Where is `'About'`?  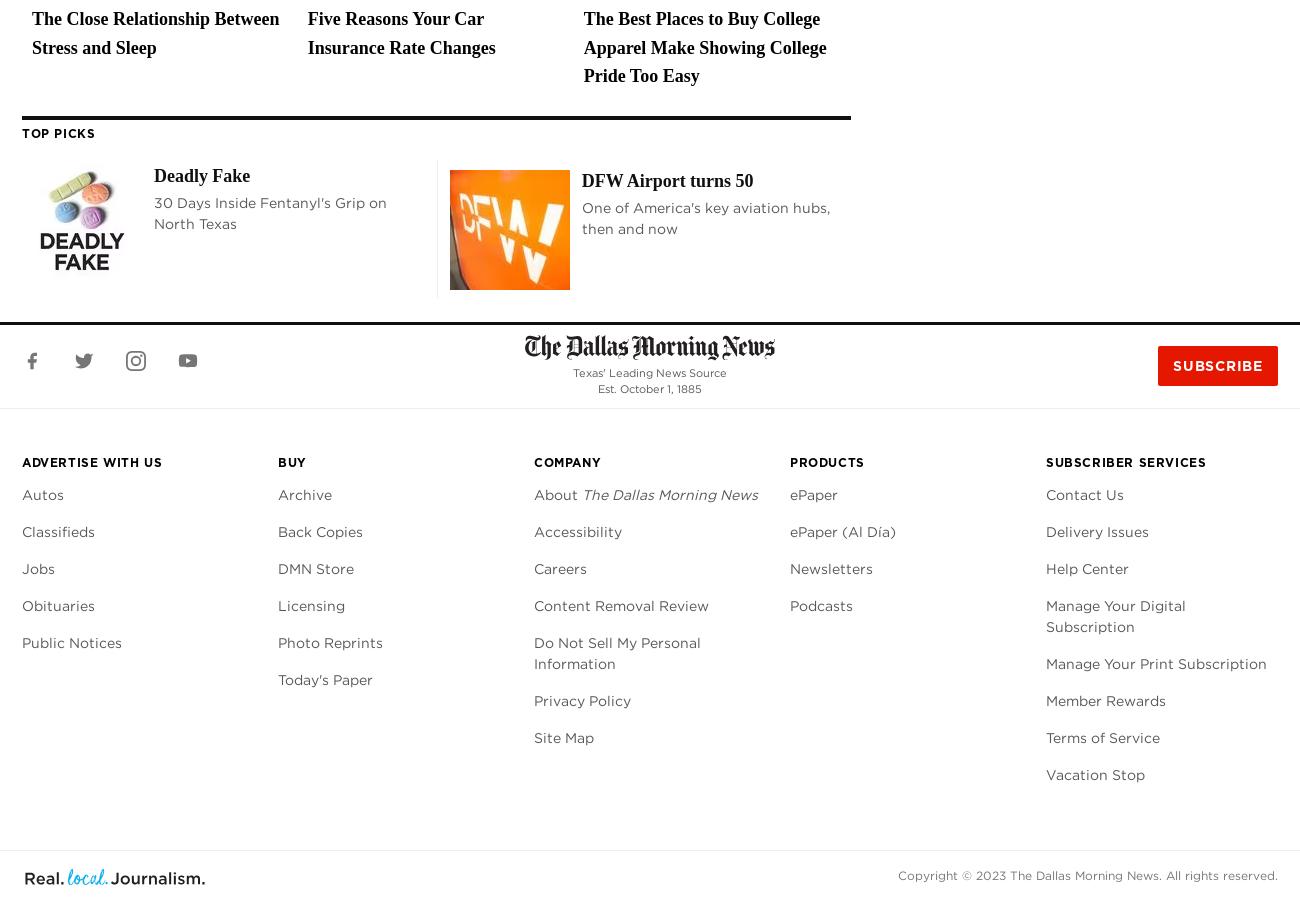 'About' is located at coordinates (556, 494).